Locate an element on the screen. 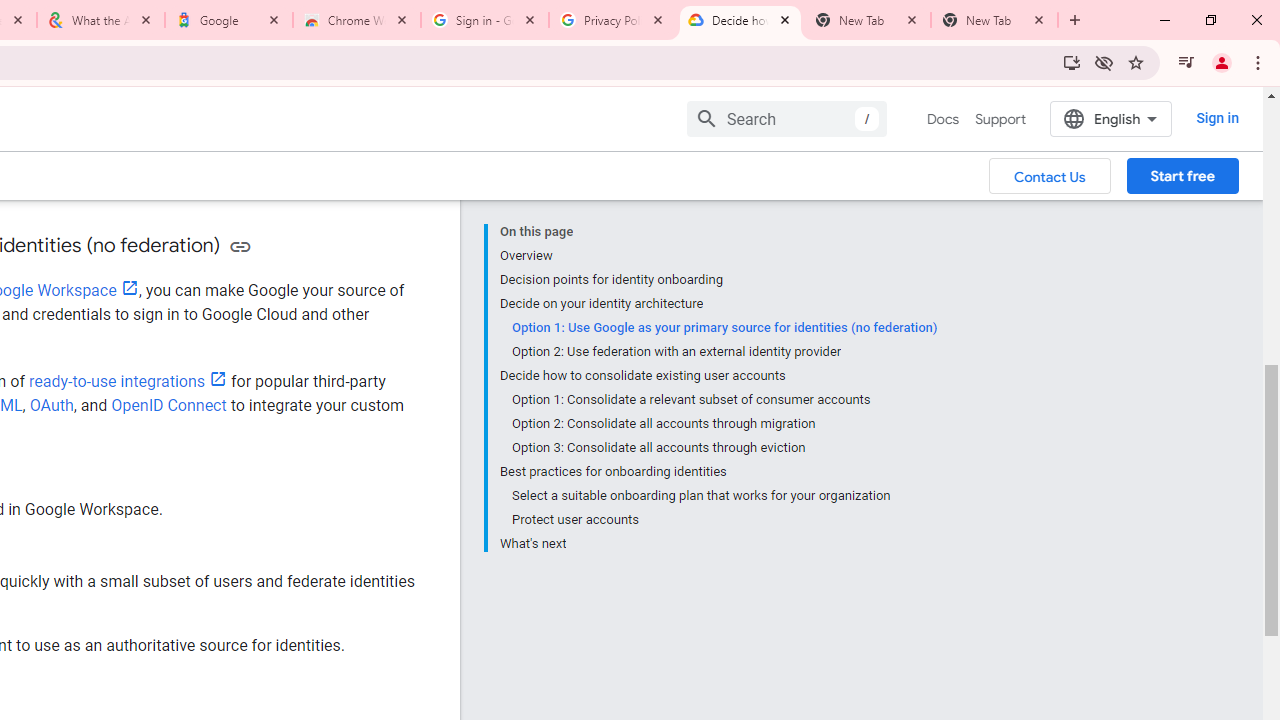 The image size is (1280, 720). 'Option 2: Use federation with an external identity provider' is located at coordinates (722, 351).